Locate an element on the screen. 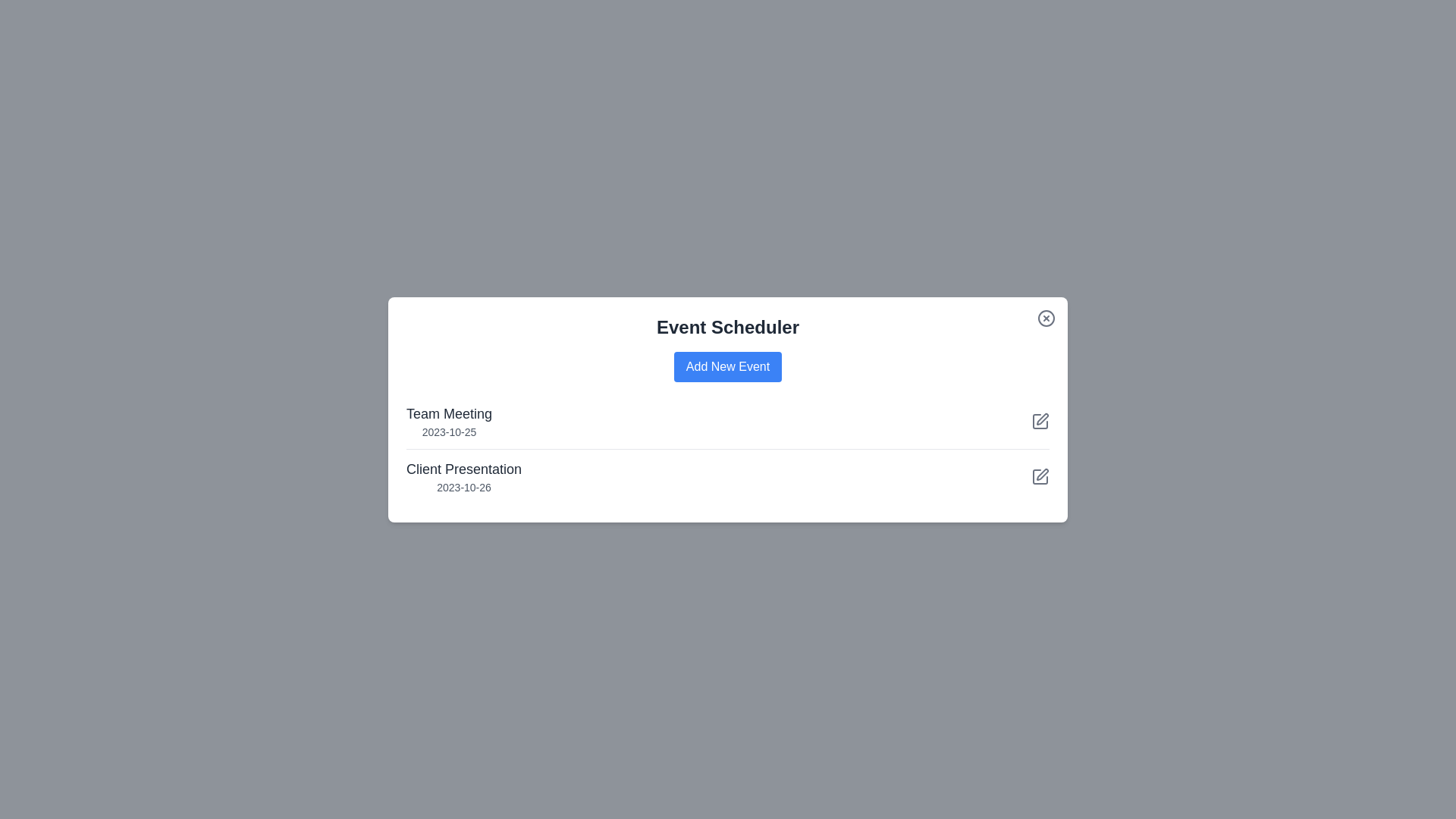 The height and width of the screenshot is (819, 1456). the 'Team Meeting' label, which is the topmost event in the list under the 'Event Scheduler' heading is located at coordinates (448, 421).